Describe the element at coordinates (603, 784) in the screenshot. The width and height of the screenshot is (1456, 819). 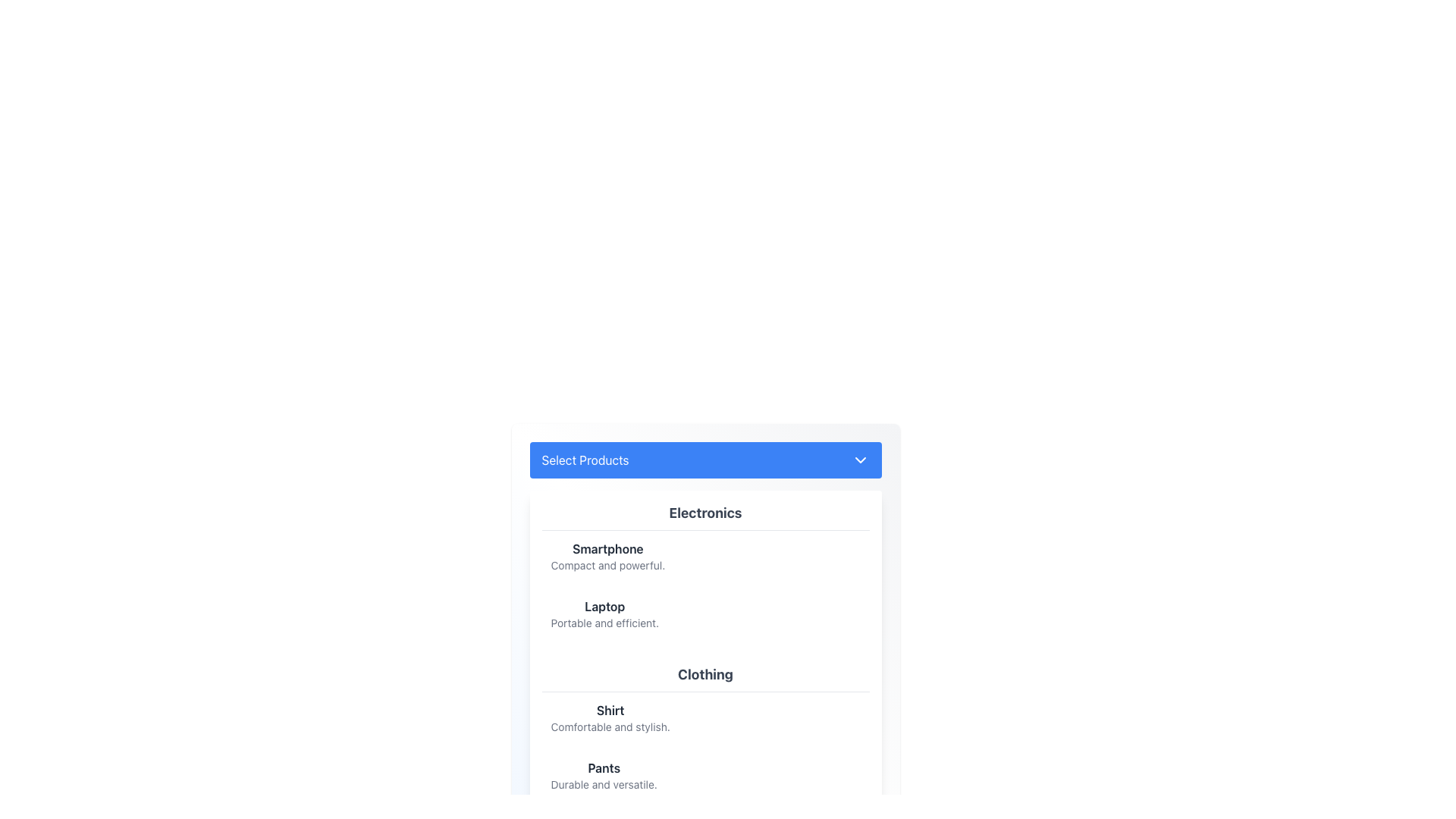
I see `the text component containing the phrase 'Durable and versatile.' which is styled in gray color and located below the bold 'Pants' heading within the 'Clothing' section` at that location.